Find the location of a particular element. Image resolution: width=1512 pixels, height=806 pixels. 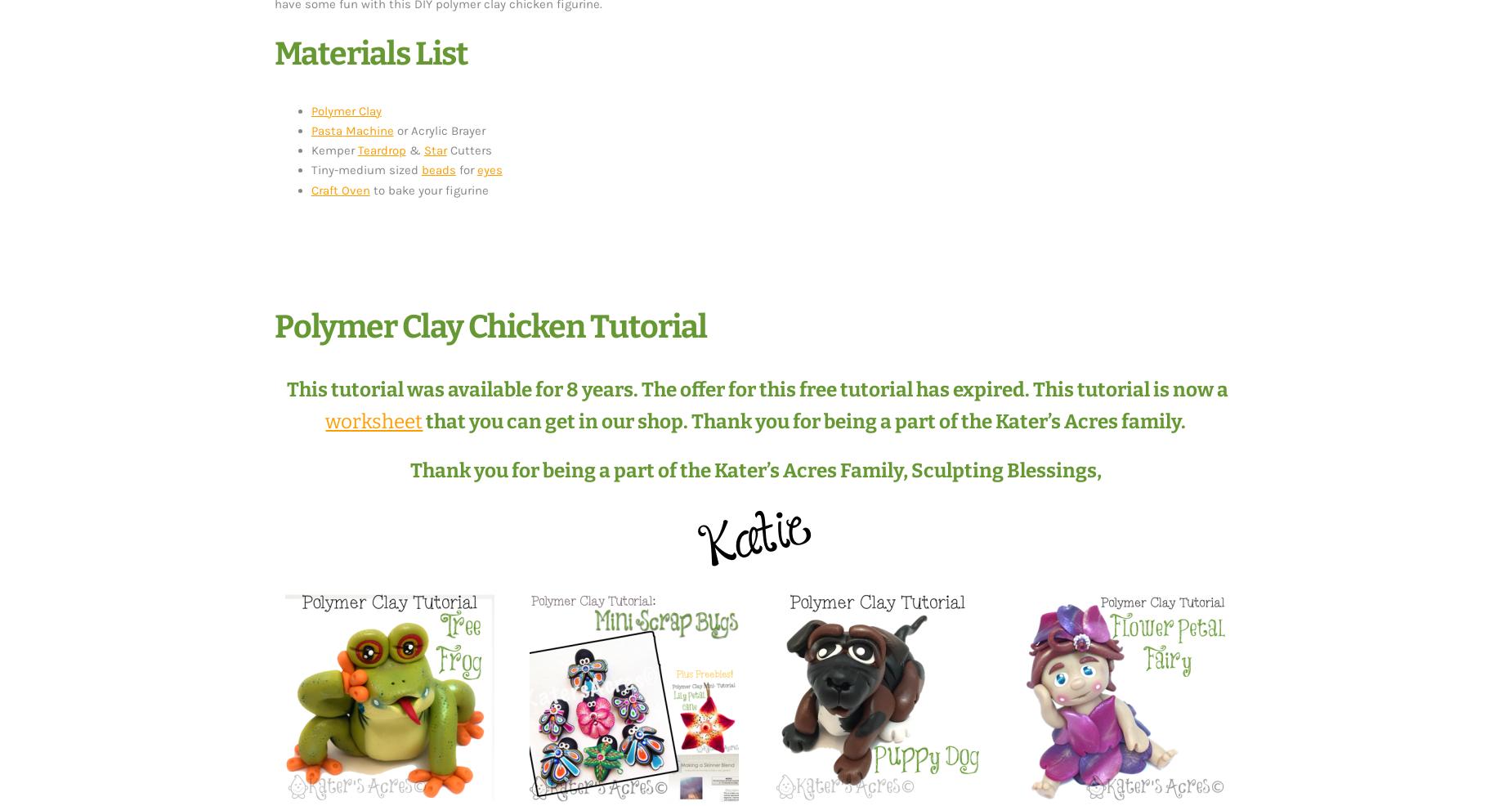

'Craft Oven' is located at coordinates (309, 189).